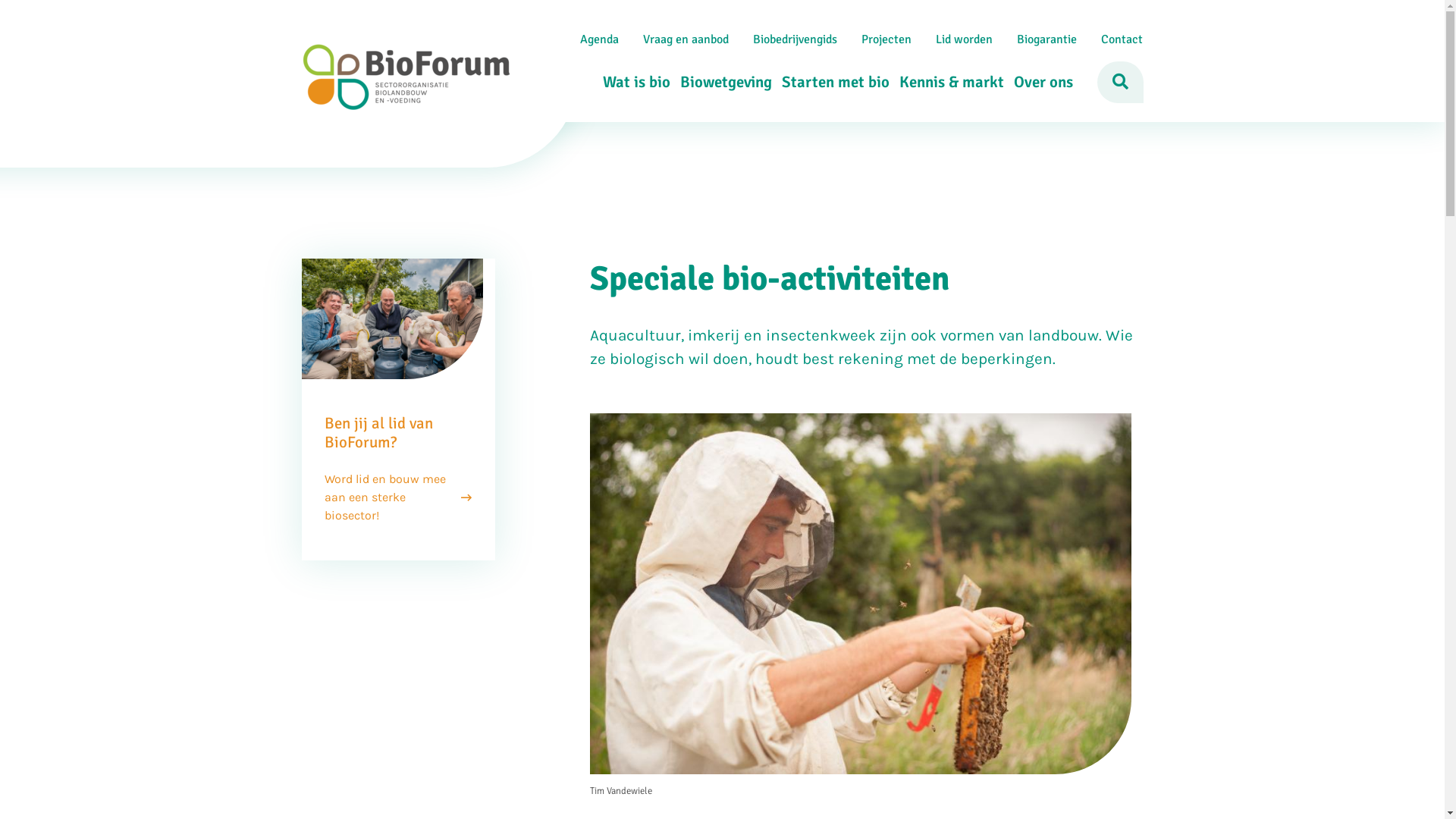  Describe the element at coordinates (739, 38) in the screenshot. I see `'Biobedrijvengids'` at that location.